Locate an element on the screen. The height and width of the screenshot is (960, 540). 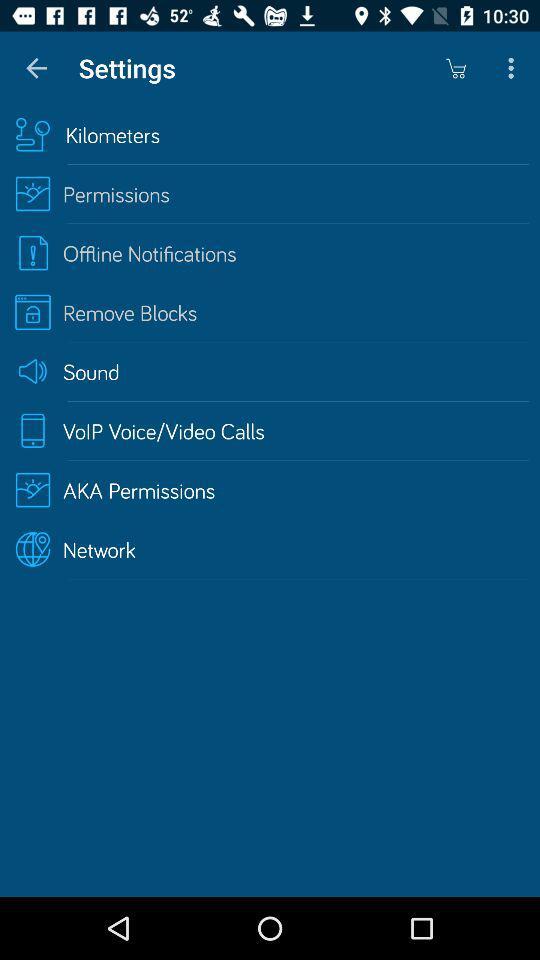
app next to settings is located at coordinates (36, 68).